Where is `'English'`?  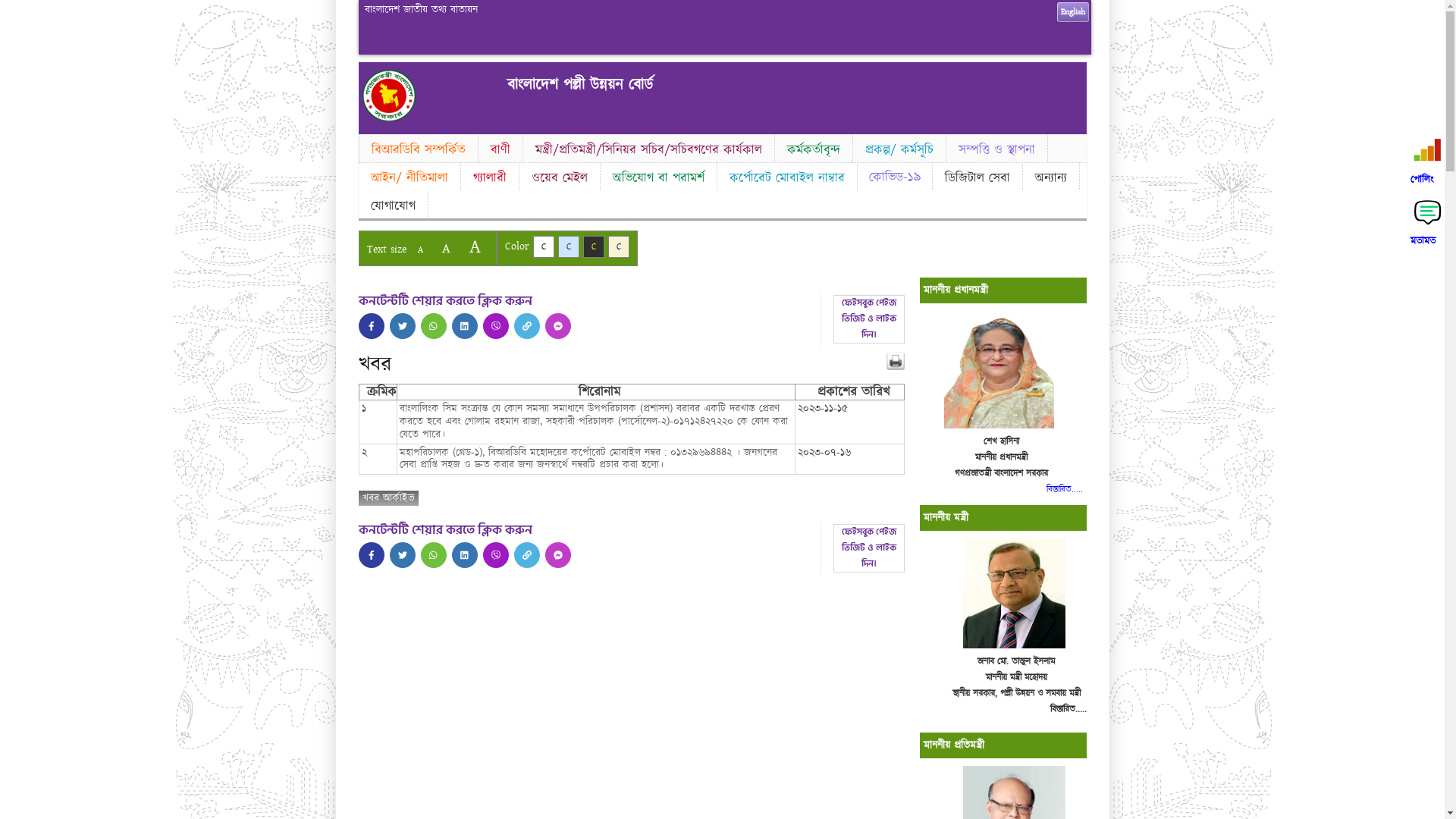
'English' is located at coordinates (1072, 11).